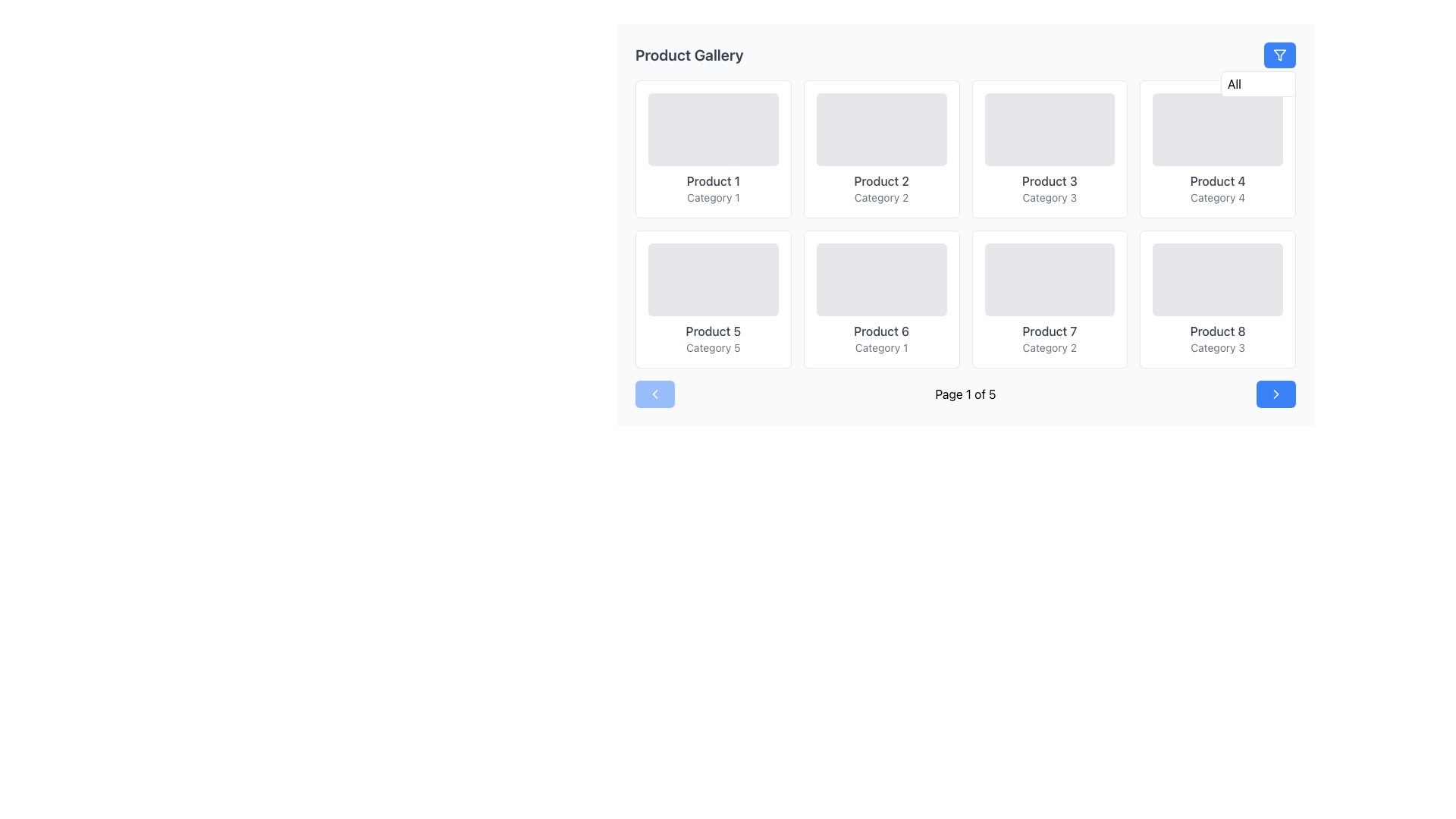 The width and height of the screenshot is (1456, 819). Describe the element at coordinates (712, 197) in the screenshot. I see `text label indicating the category 'Category 1' associated with 'Product 1', located below the 'Product 1' label in the bottom-left quadrant of the grid of product listings` at that location.